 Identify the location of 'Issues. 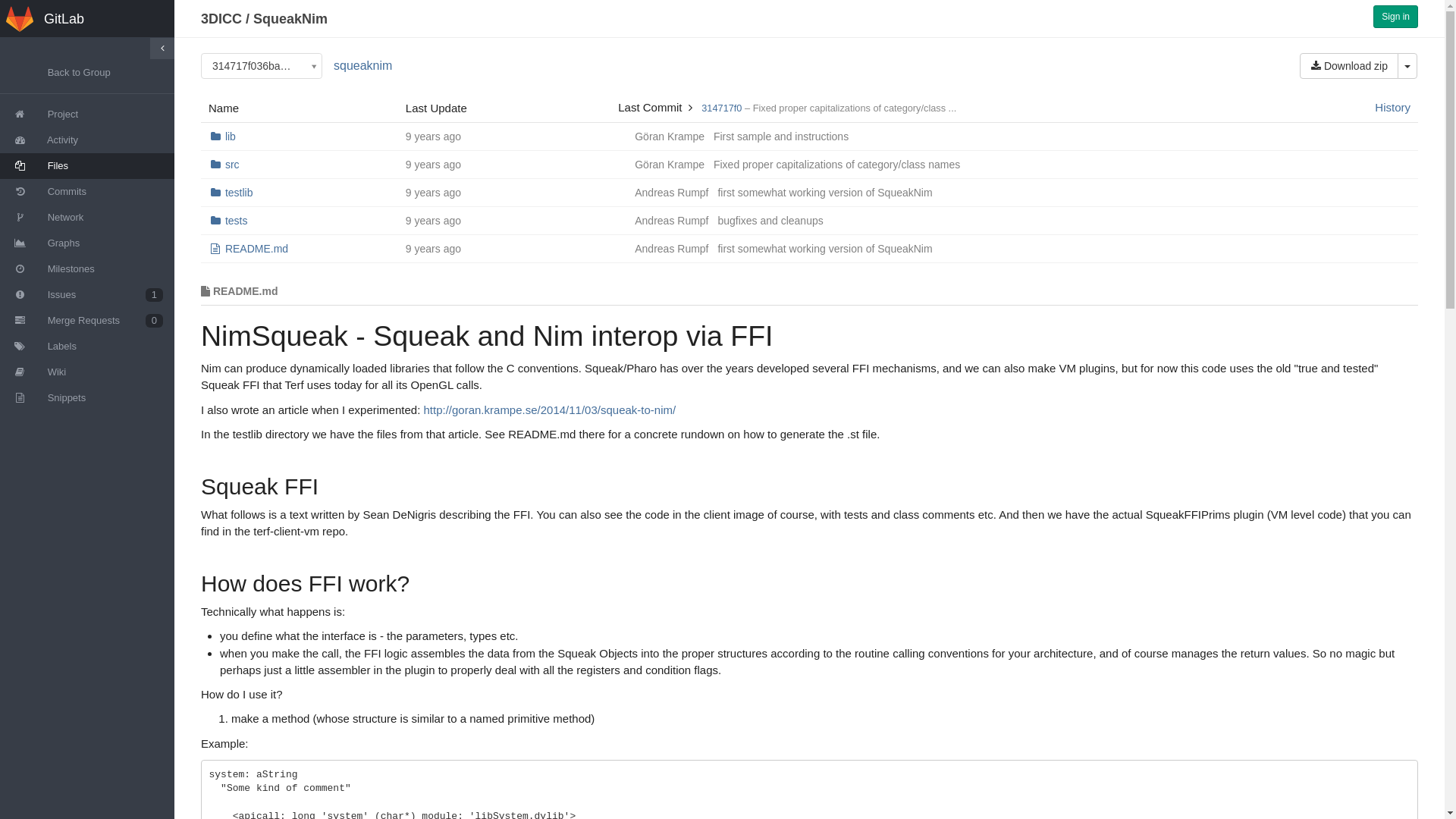
(0, 295).